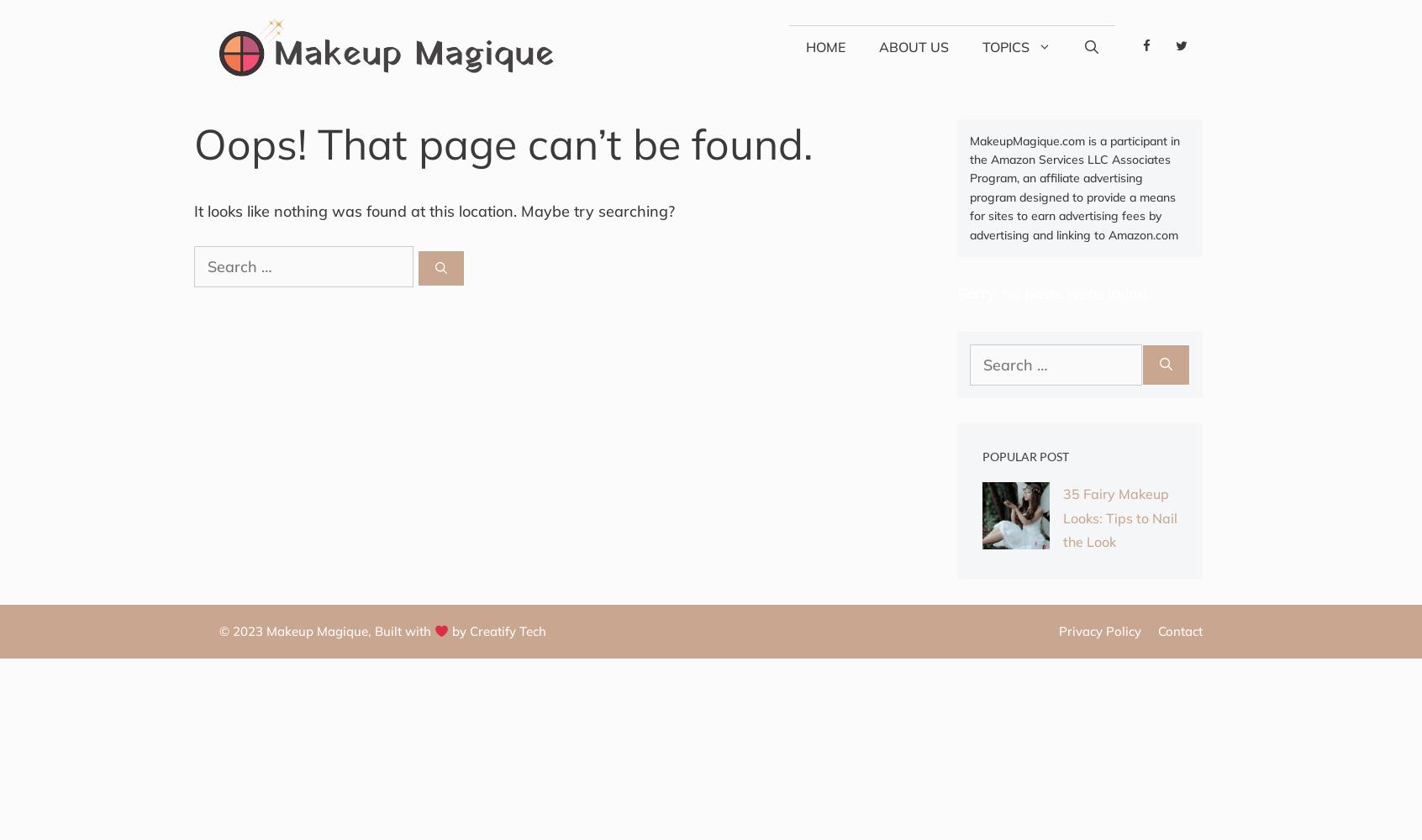 This screenshot has width=1422, height=840. I want to click on 'Privacy Policy', so click(1098, 631).